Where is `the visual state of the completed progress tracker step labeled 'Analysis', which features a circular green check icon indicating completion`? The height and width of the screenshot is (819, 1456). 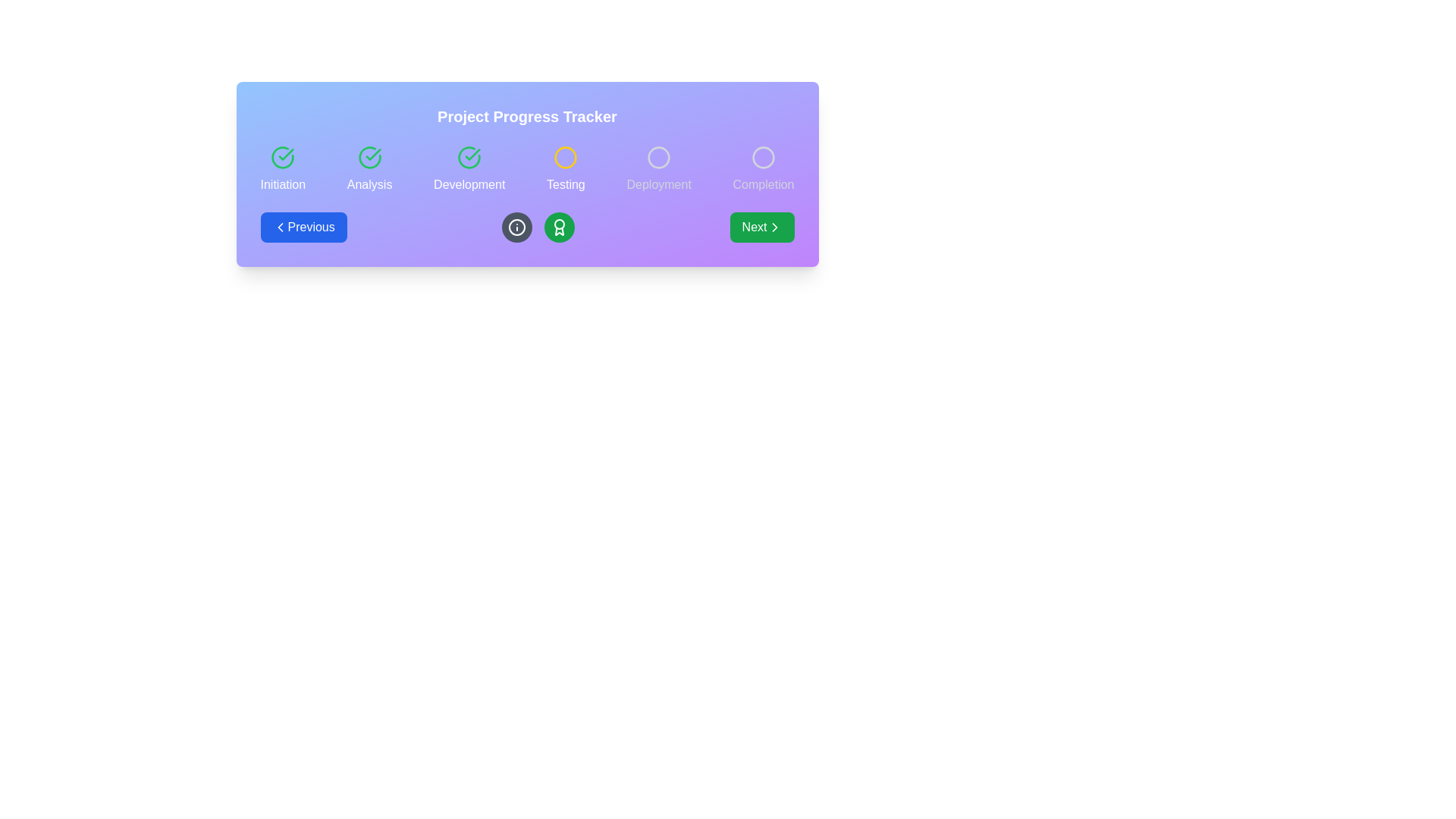 the visual state of the completed progress tracker step labeled 'Analysis', which features a circular green check icon indicating completion is located at coordinates (369, 169).